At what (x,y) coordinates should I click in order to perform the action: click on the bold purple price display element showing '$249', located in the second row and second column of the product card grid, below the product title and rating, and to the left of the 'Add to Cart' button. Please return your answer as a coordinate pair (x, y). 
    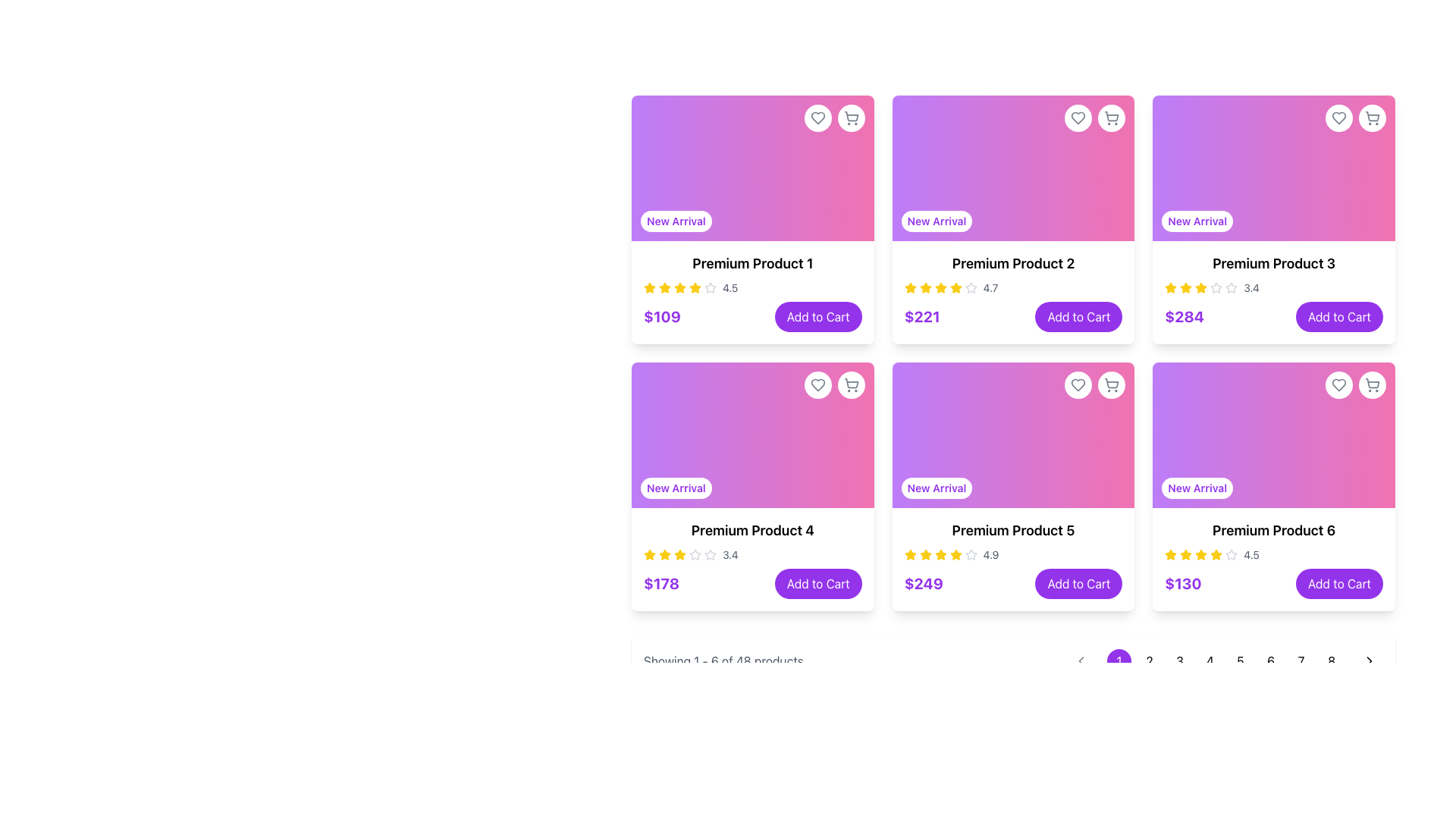
    Looking at the image, I should click on (923, 583).